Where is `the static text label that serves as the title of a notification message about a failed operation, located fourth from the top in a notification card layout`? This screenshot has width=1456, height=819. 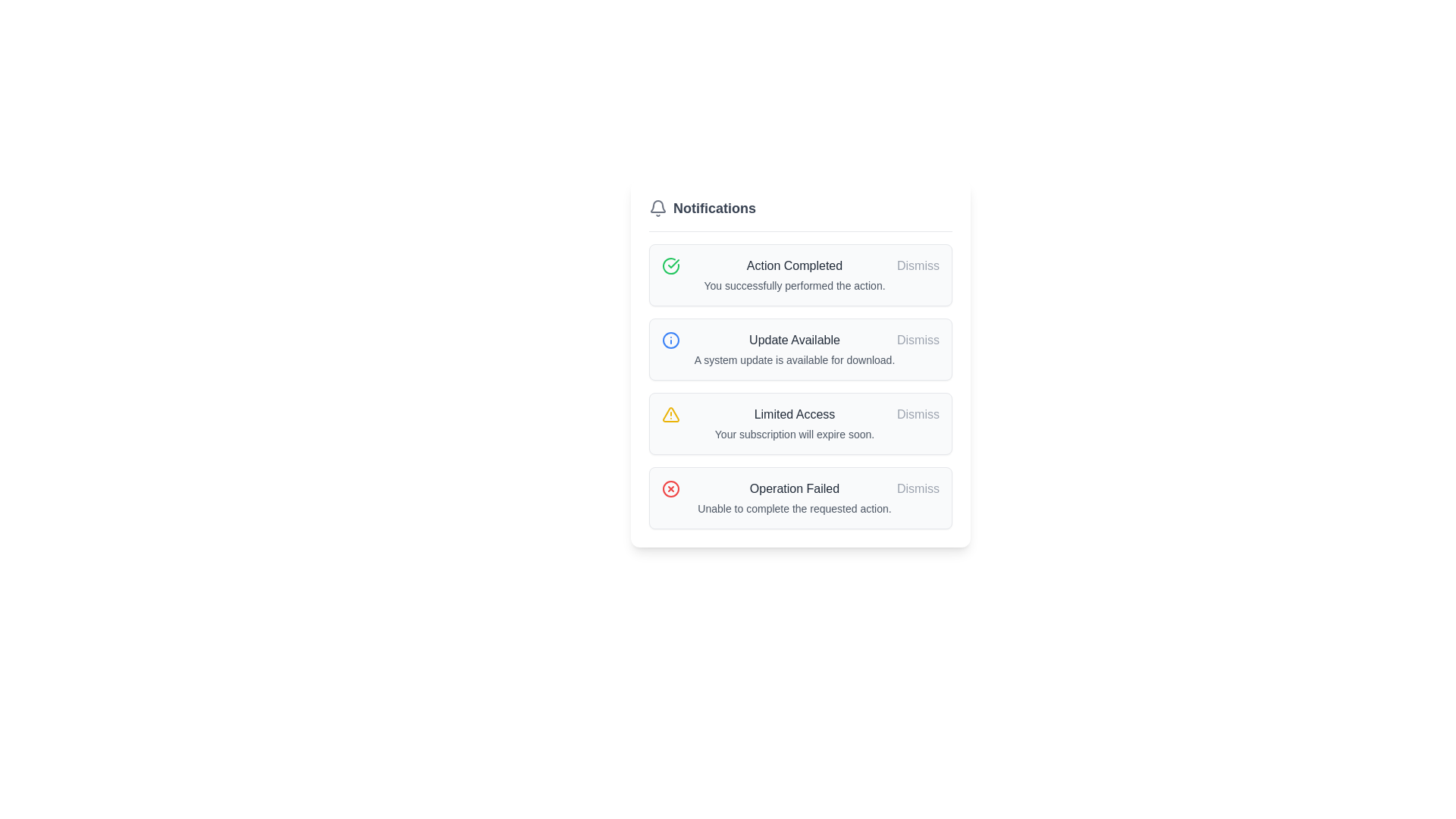
the static text label that serves as the title of a notification message about a failed operation, located fourth from the top in a notification card layout is located at coordinates (793, 488).